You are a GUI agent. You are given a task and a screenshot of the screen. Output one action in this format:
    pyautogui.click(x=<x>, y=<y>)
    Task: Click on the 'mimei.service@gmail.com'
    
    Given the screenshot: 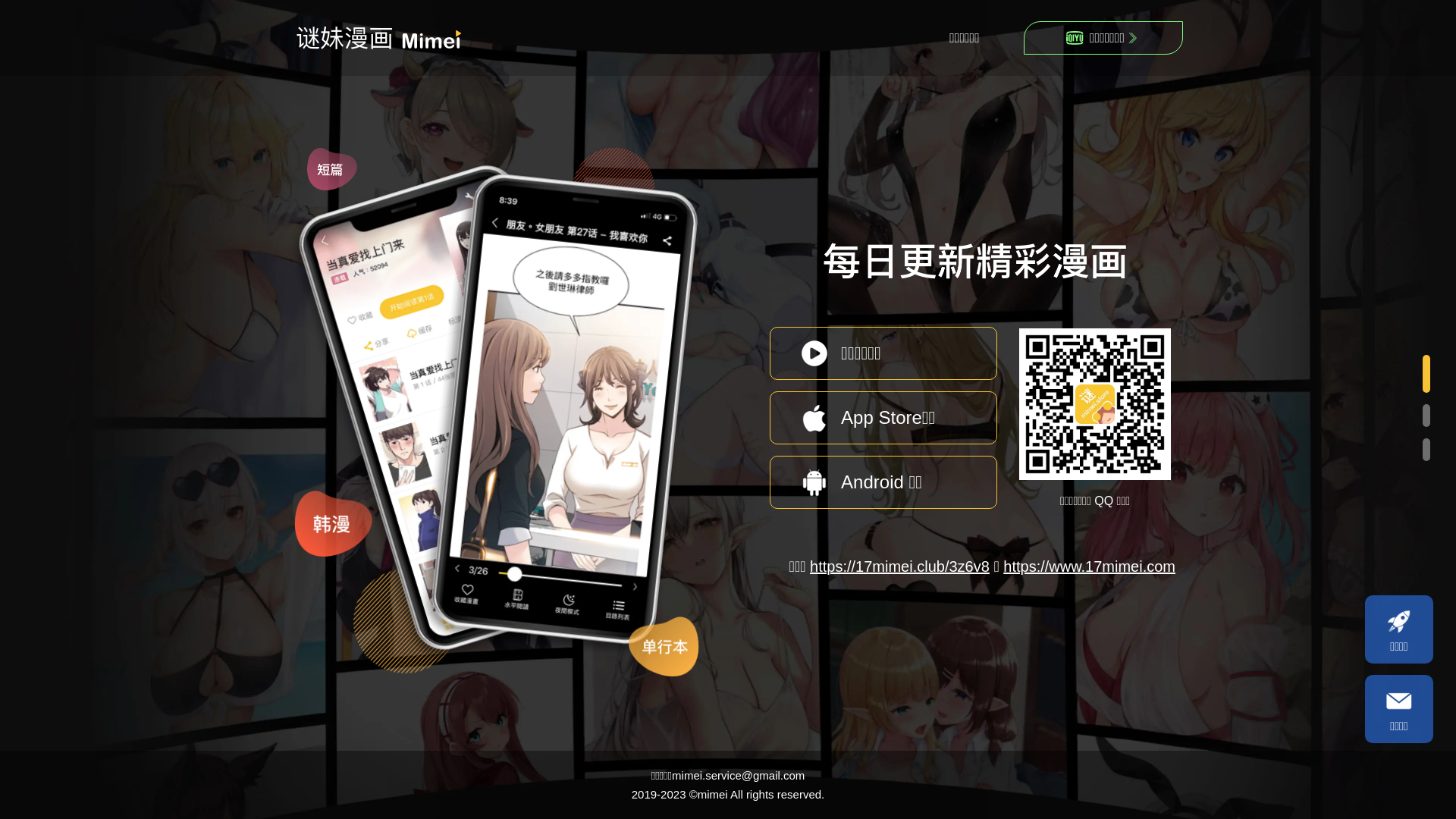 What is the action you would take?
    pyautogui.click(x=738, y=775)
    